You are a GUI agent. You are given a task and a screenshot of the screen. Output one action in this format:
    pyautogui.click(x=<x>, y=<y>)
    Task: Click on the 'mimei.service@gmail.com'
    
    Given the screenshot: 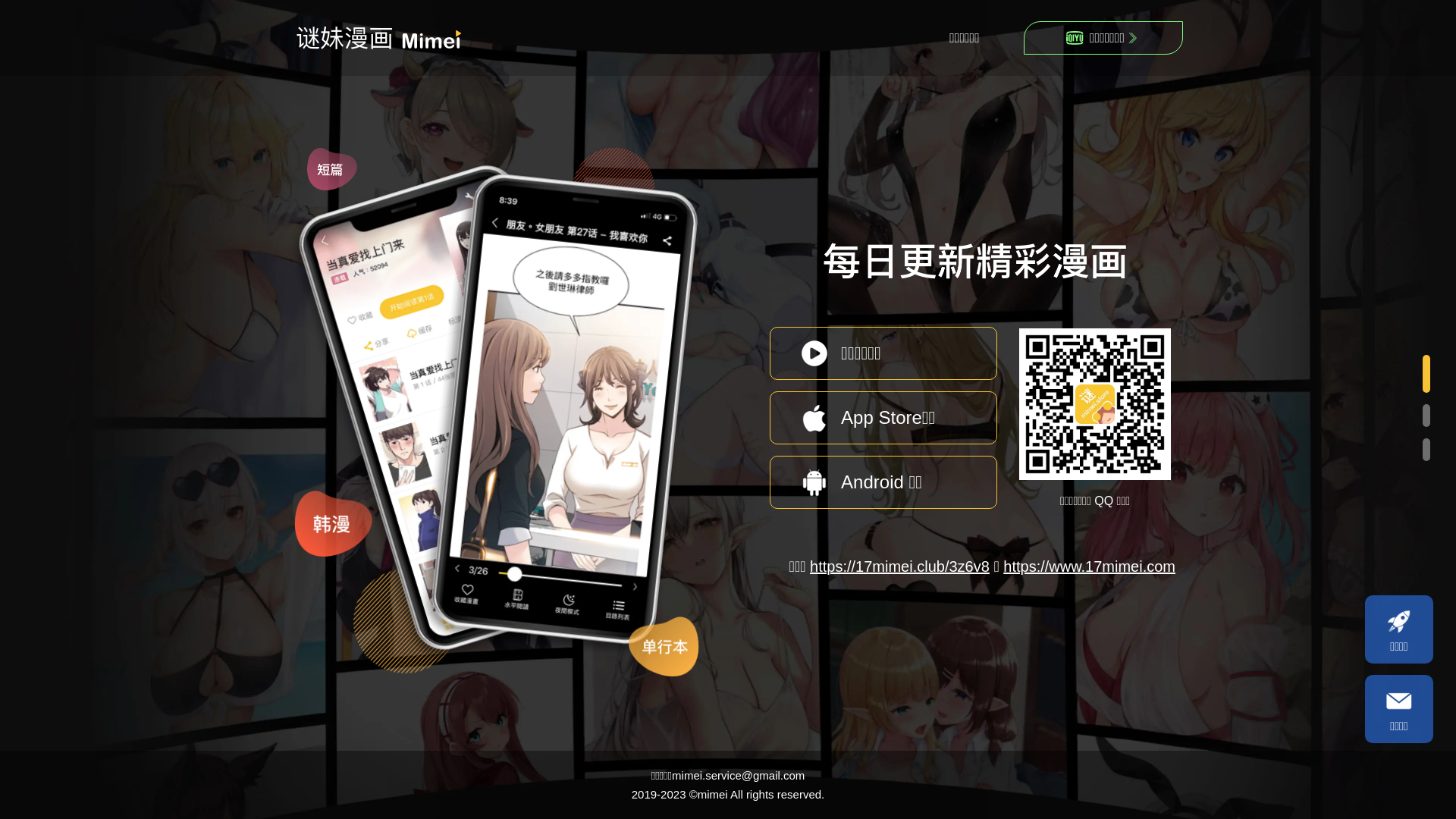 What is the action you would take?
    pyautogui.click(x=738, y=775)
    